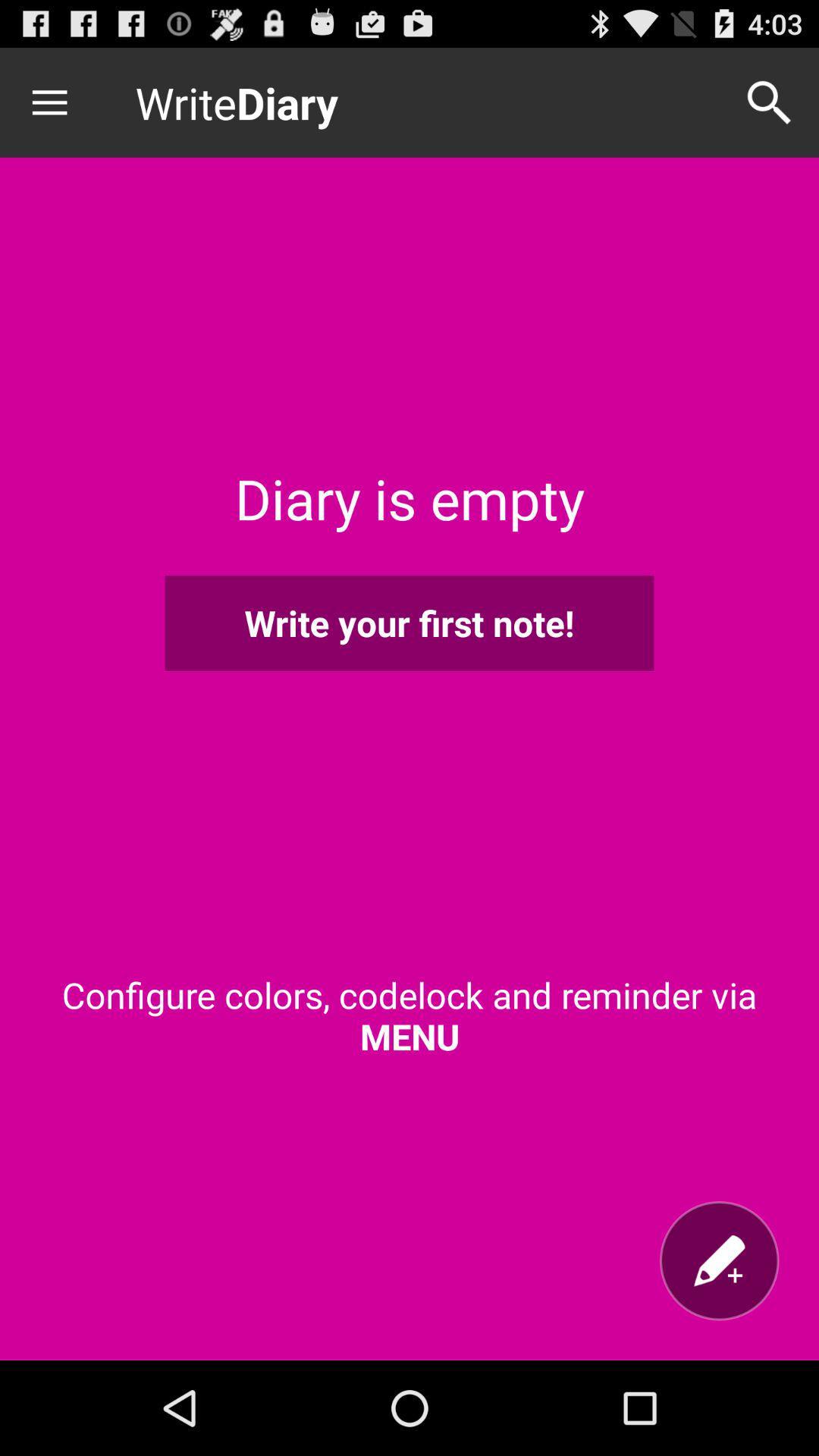 Image resolution: width=819 pixels, height=1456 pixels. What do you see at coordinates (718, 1260) in the screenshot?
I see `icon below the configure colors codelock` at bounding box center [718, 1260].